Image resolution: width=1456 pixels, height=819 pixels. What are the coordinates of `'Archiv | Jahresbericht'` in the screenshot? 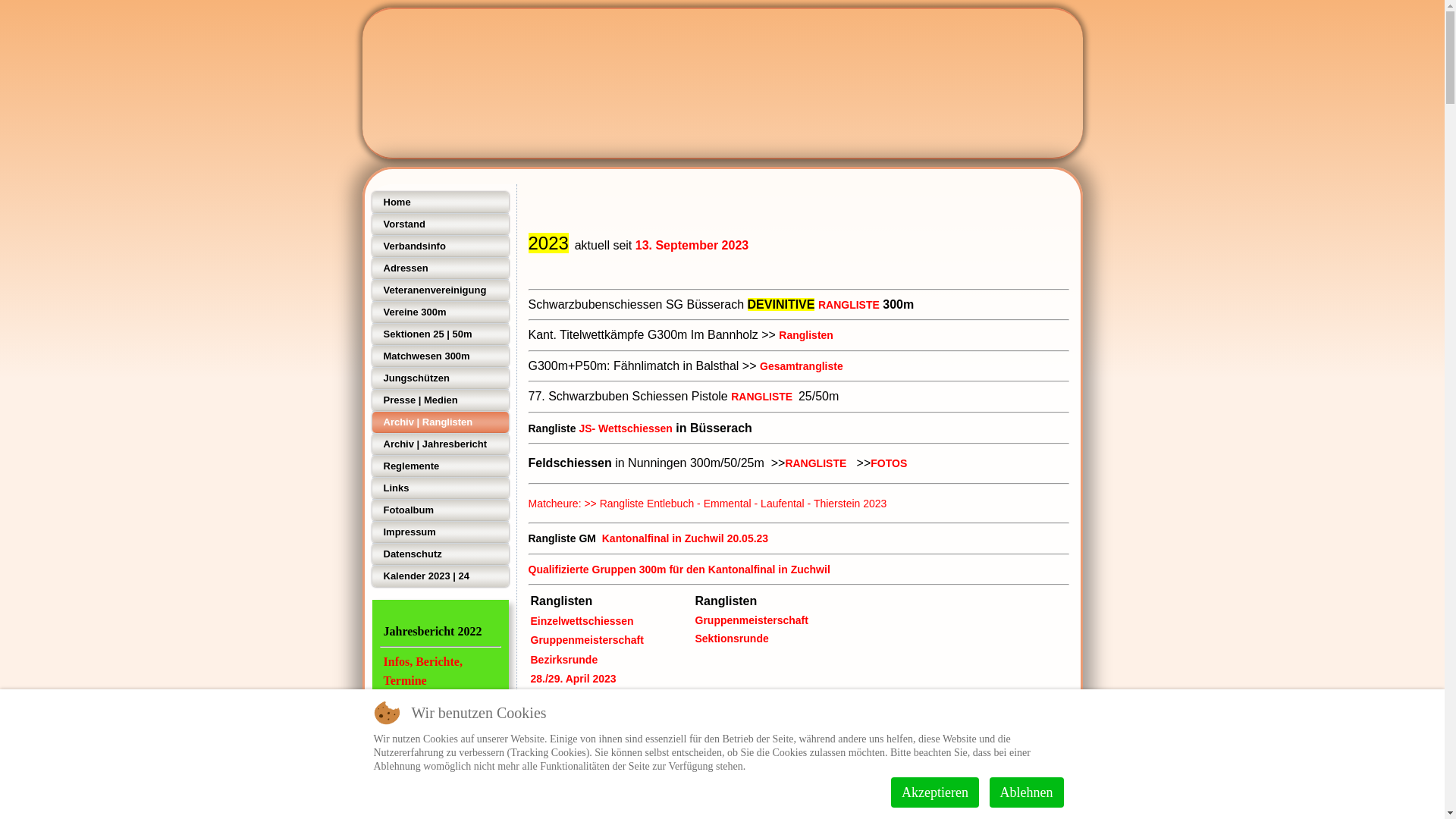 It's located at (439, 444).